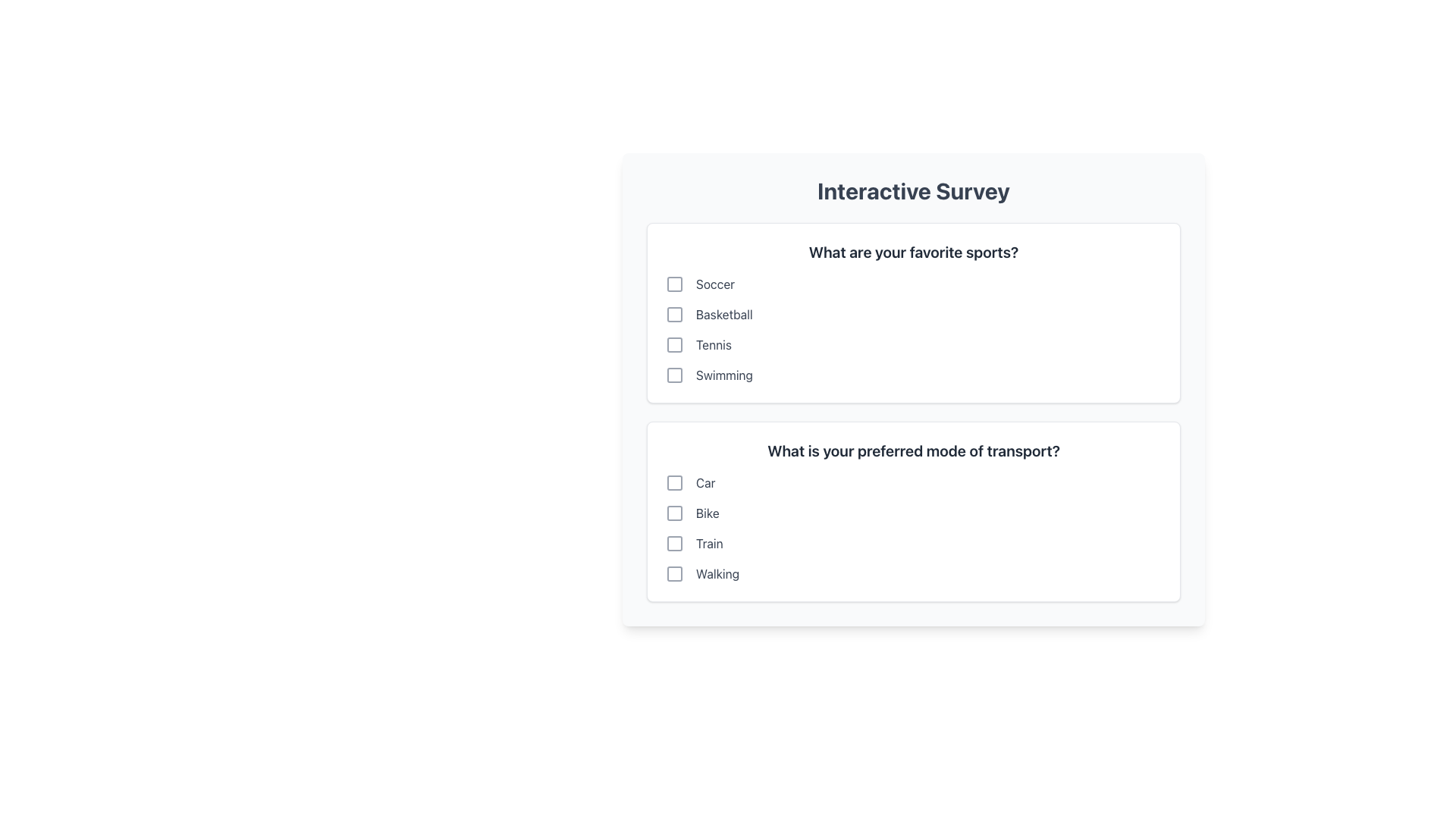 The height and width of the screenshot is (819, 1456). I want to click on the checkbox labeled 'Tennis', so click(912, 345).